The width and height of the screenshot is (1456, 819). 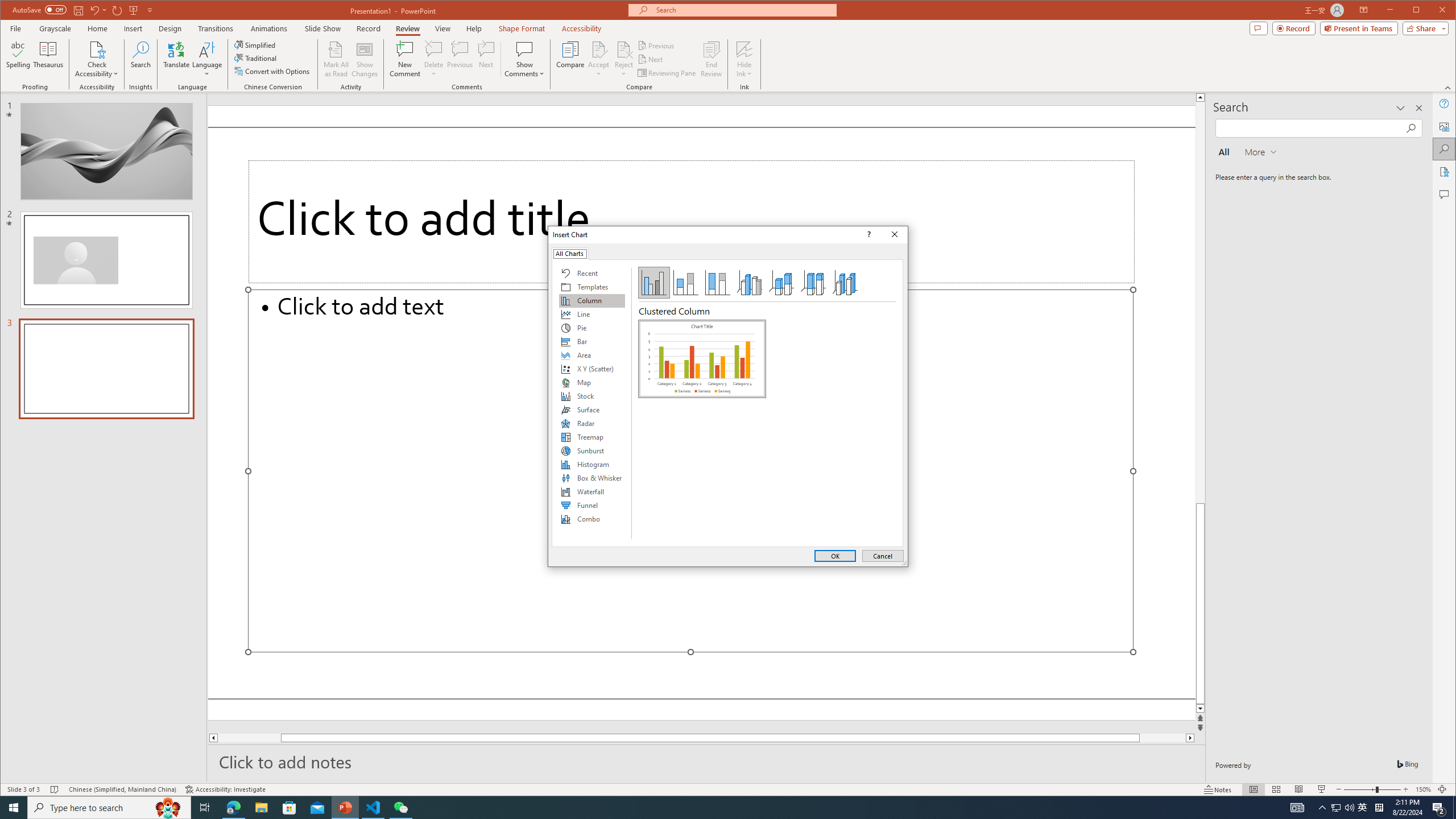 I want to click on 'Waterfall', so click(x=591, y=491).